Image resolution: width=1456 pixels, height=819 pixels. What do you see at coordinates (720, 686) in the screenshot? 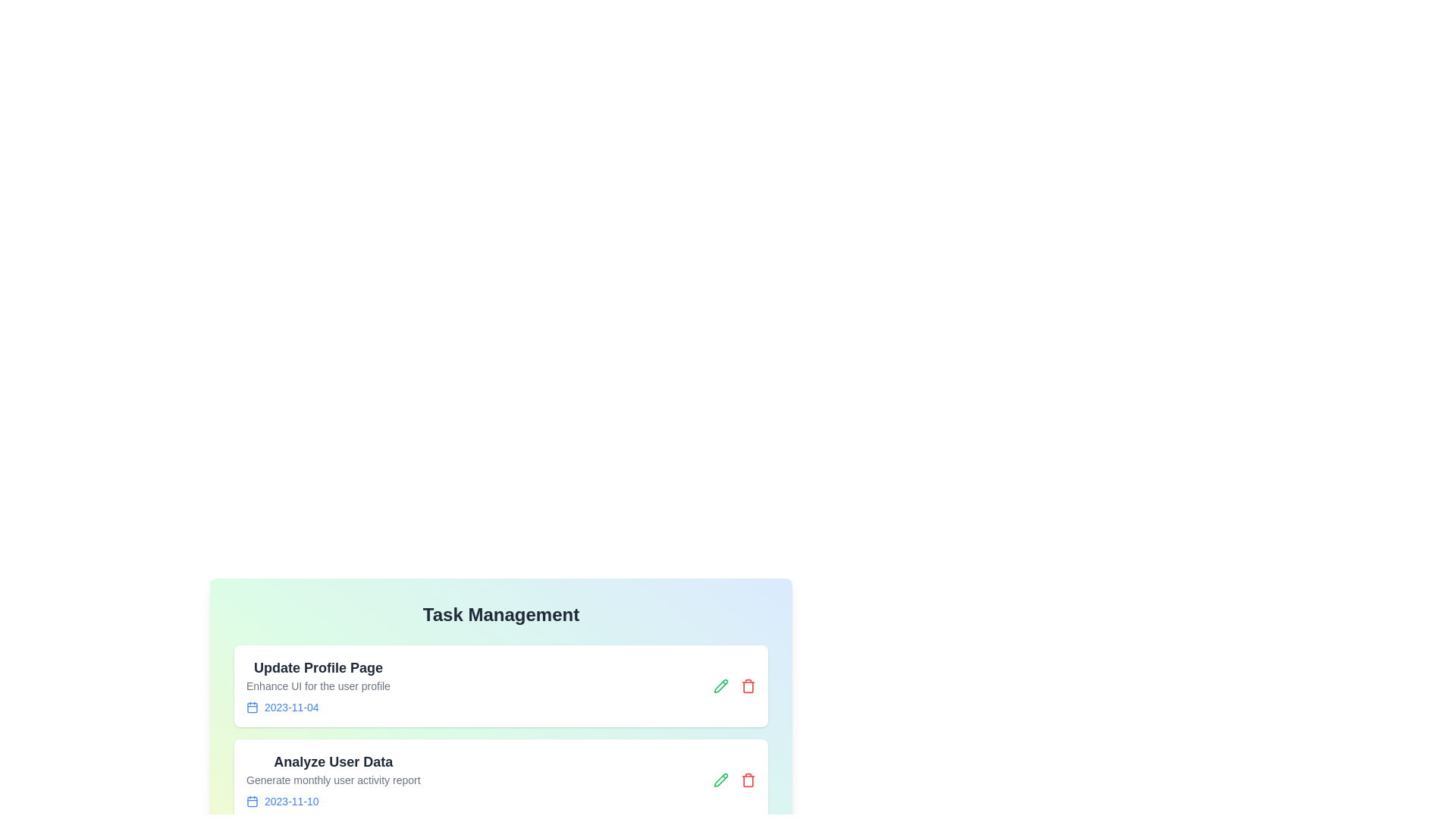
I see `the edit icon of the task titled 'Update Profile Page' to modify its details` at bounding box center [720, 686].